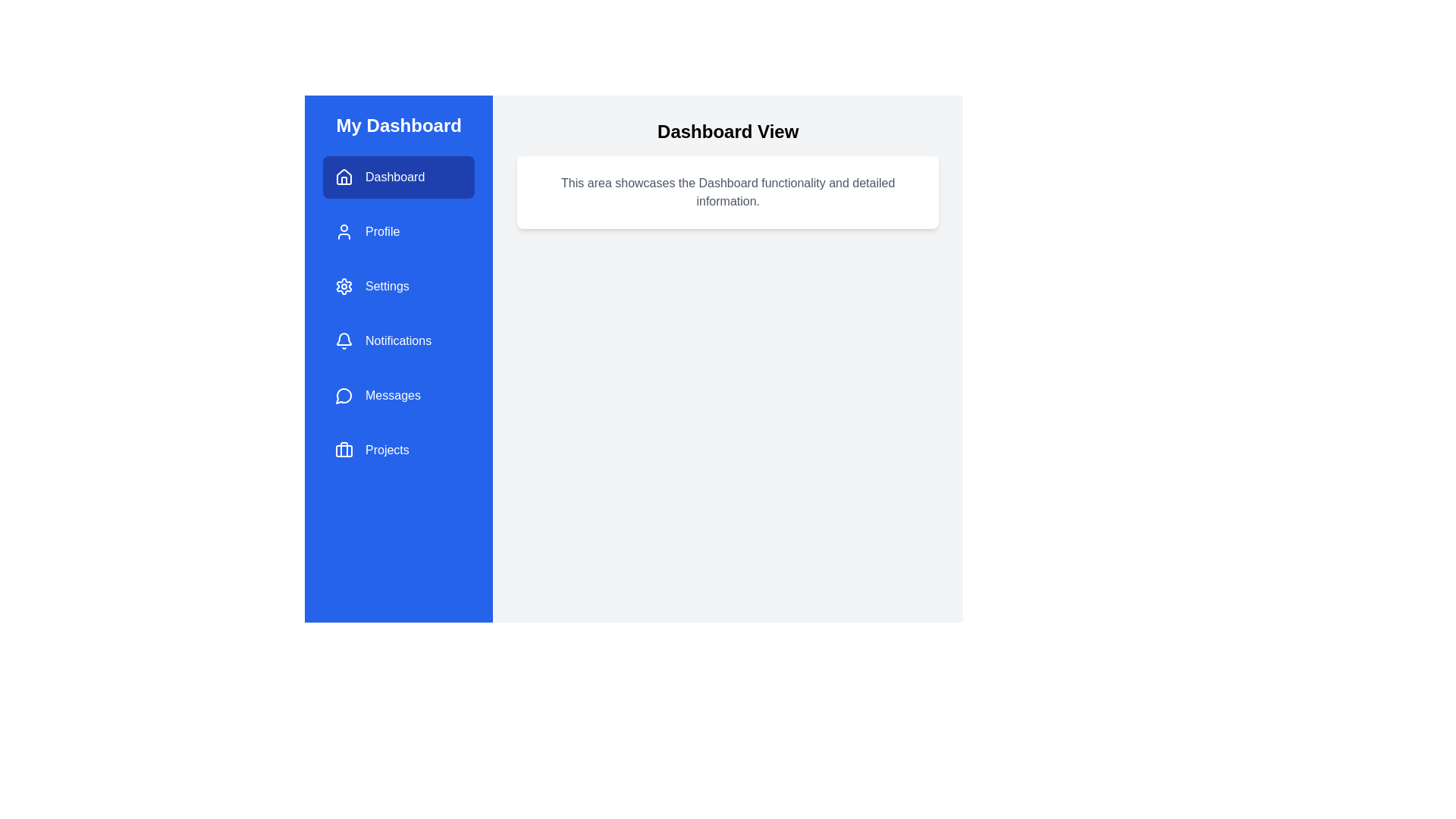  Describe the element at coordinates (399, 177) in the screenshot. I see `the menu item labeled Dashboard to navigate to its associated view` at that location.